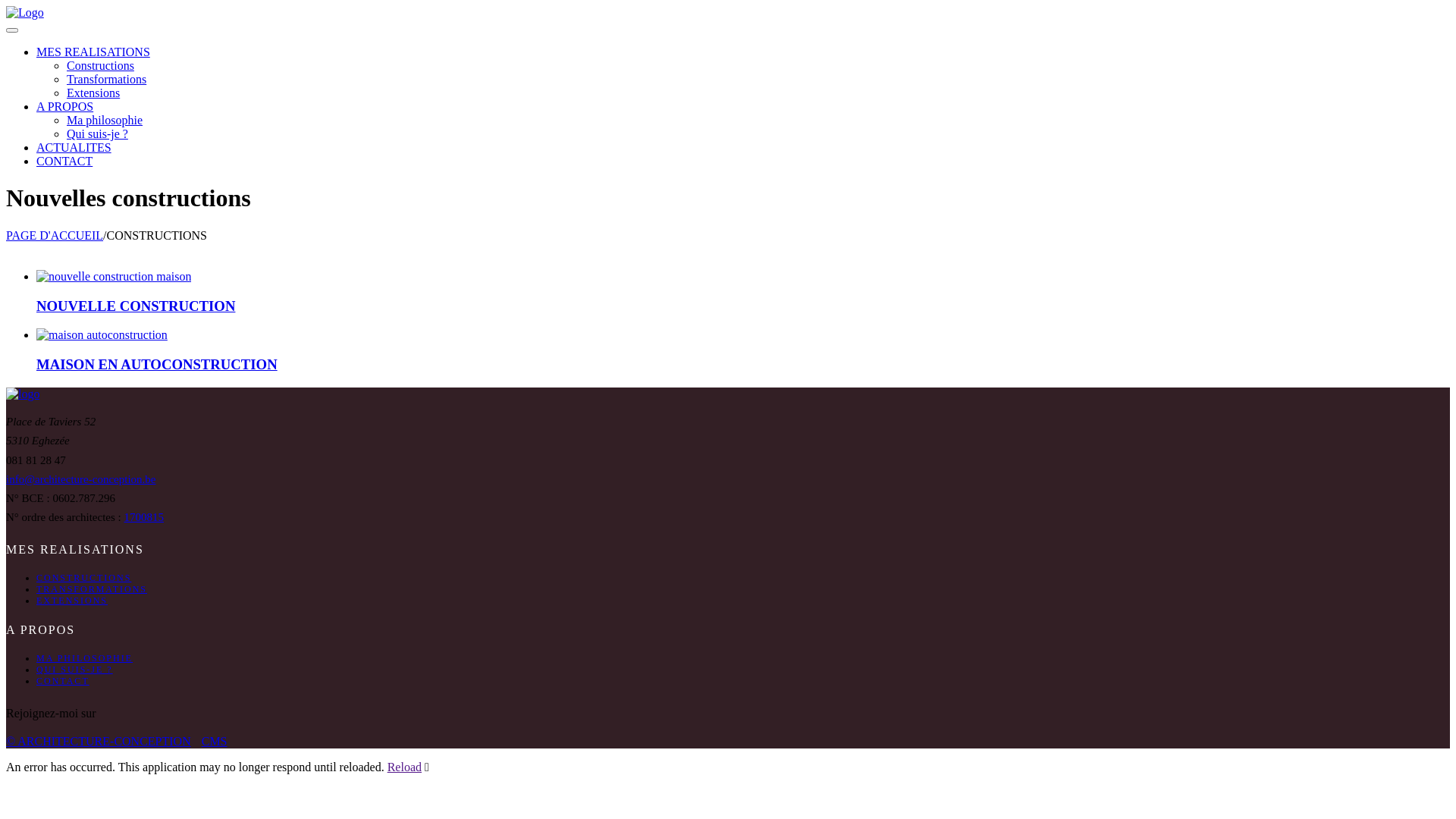 The image size is (1456, 819). I want to click on 'info@architecture-conception.be', so click(80, 479).